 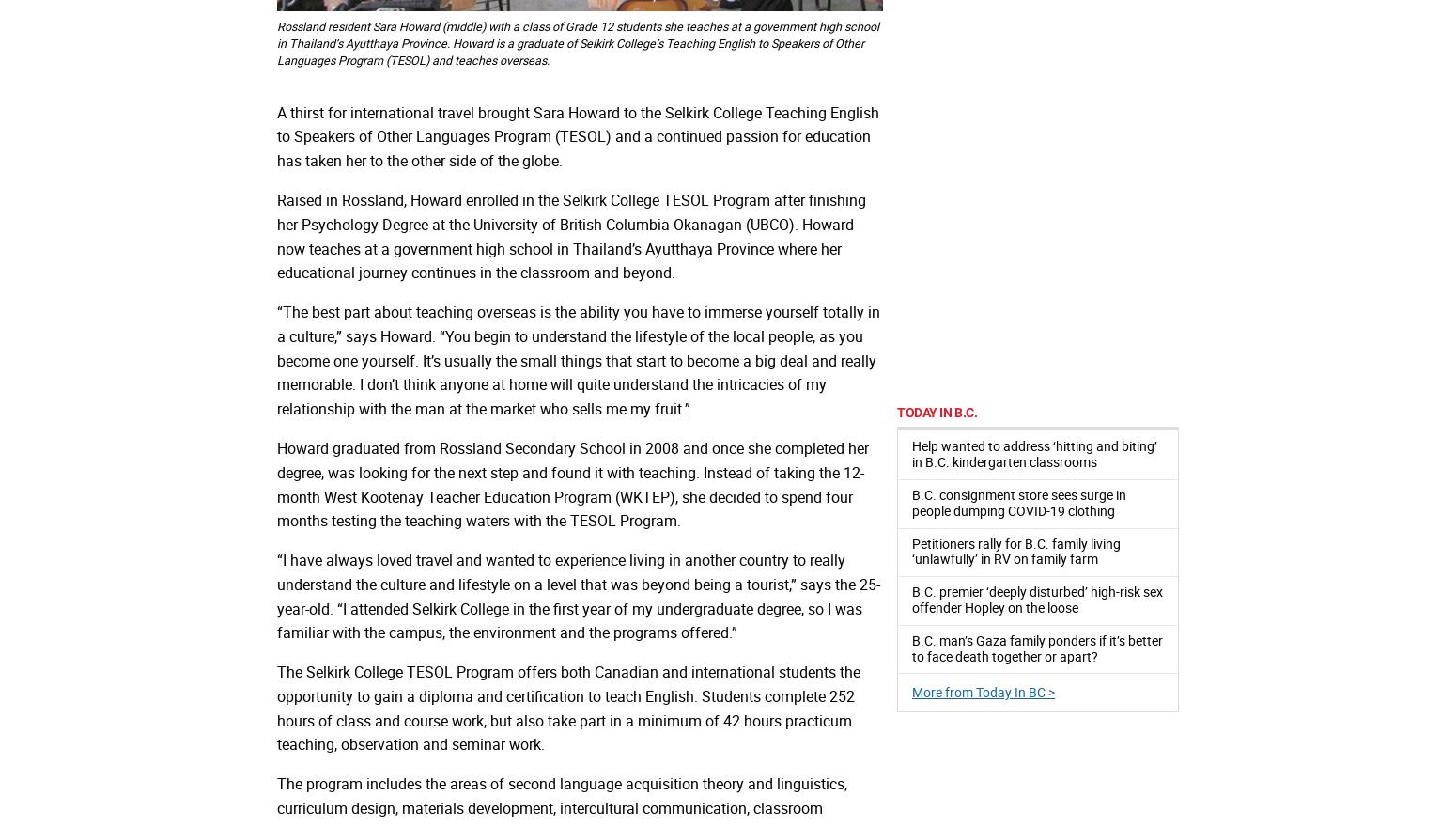 What do you see at coordinates (984, 691) in the screenshot?
I see `'More from Today In BC >'` at bounding box center [984, 691].